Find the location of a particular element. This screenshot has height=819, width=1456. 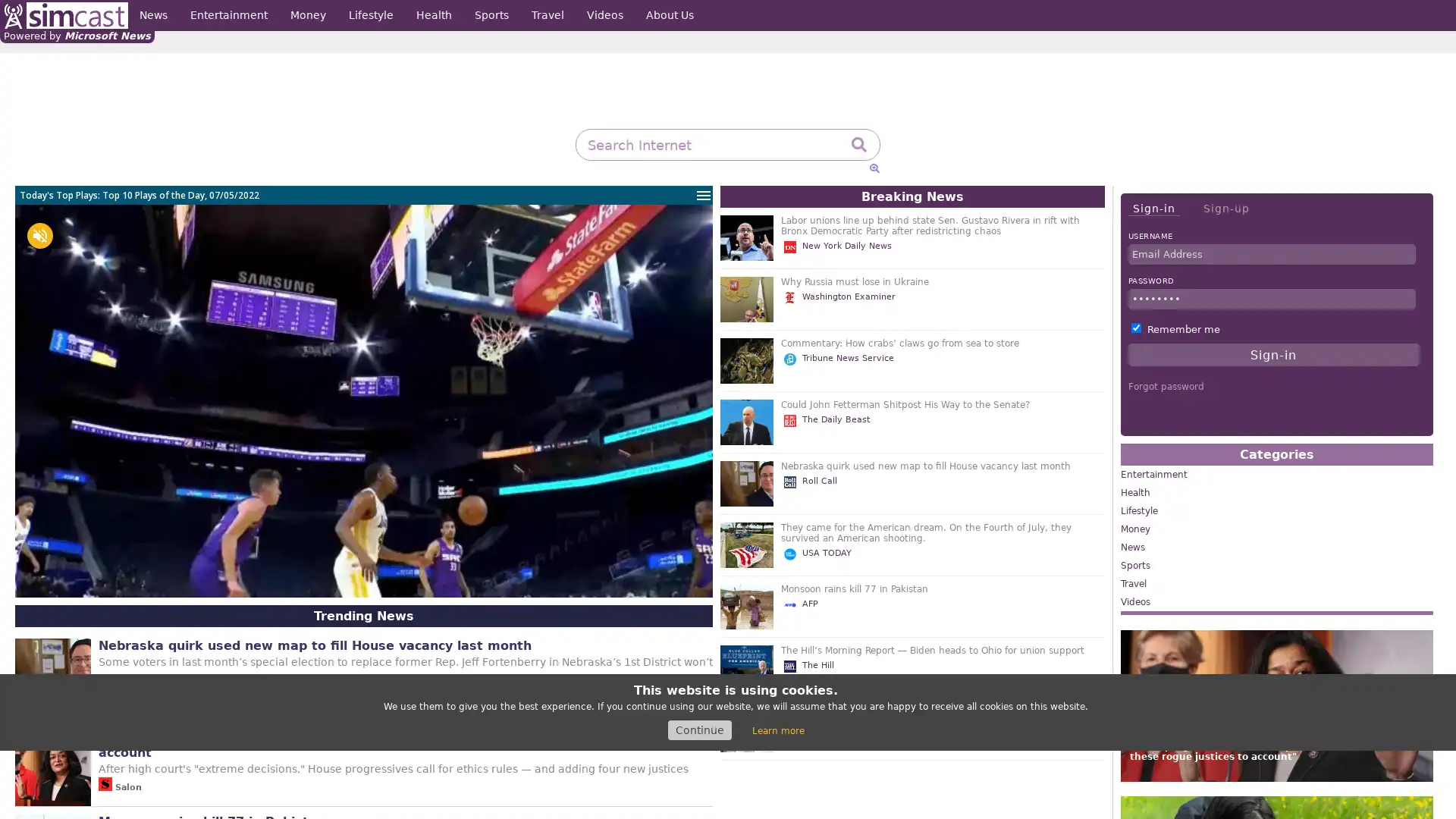

Continue is located at coordinates (698, 730).